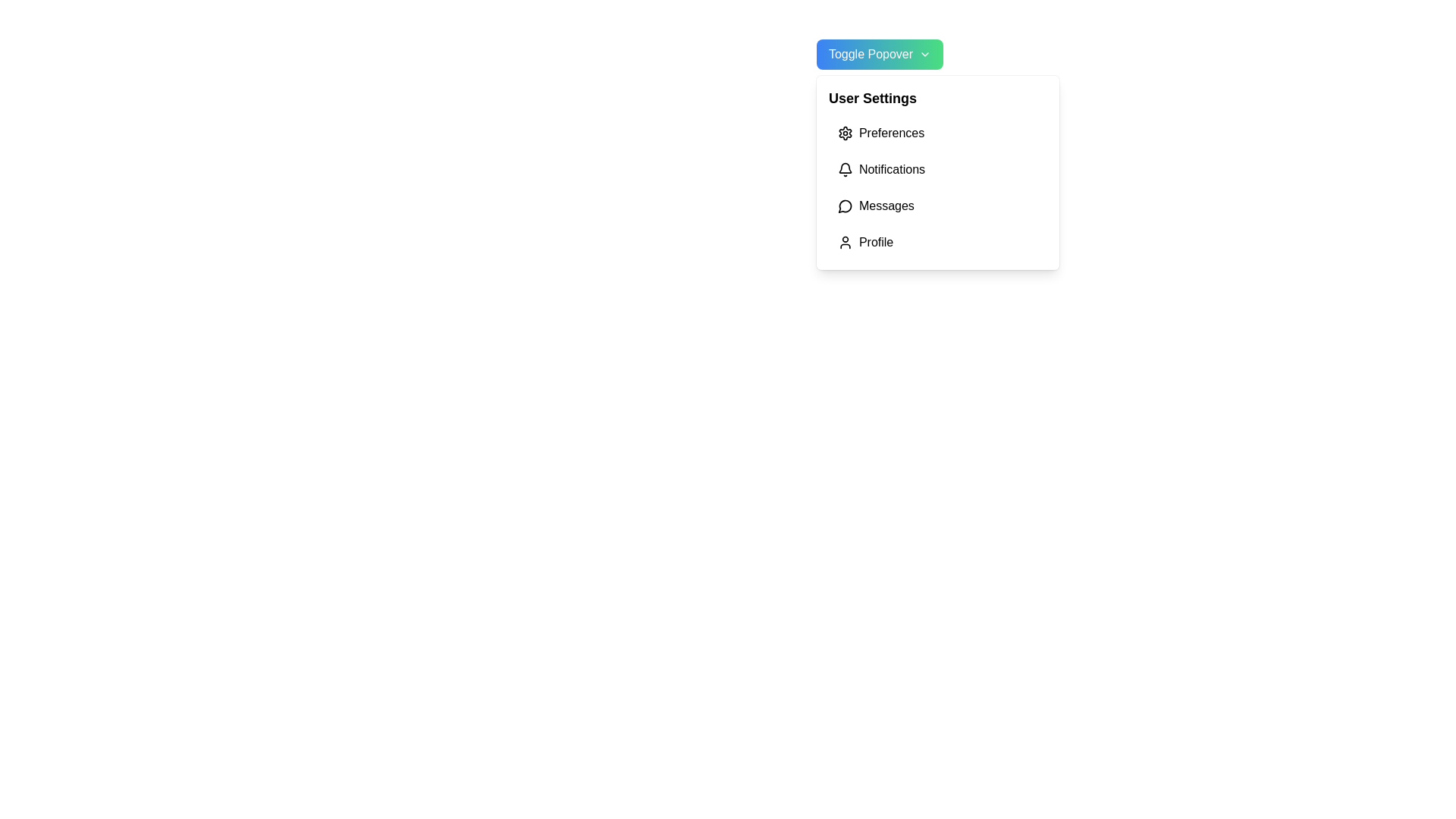  Describe the element at coordinates (844, 206) in the screenshot. I see `the messaging icon located to the left of the 'Messages' text in the dropdown menu under 'User Settings'` at that location.